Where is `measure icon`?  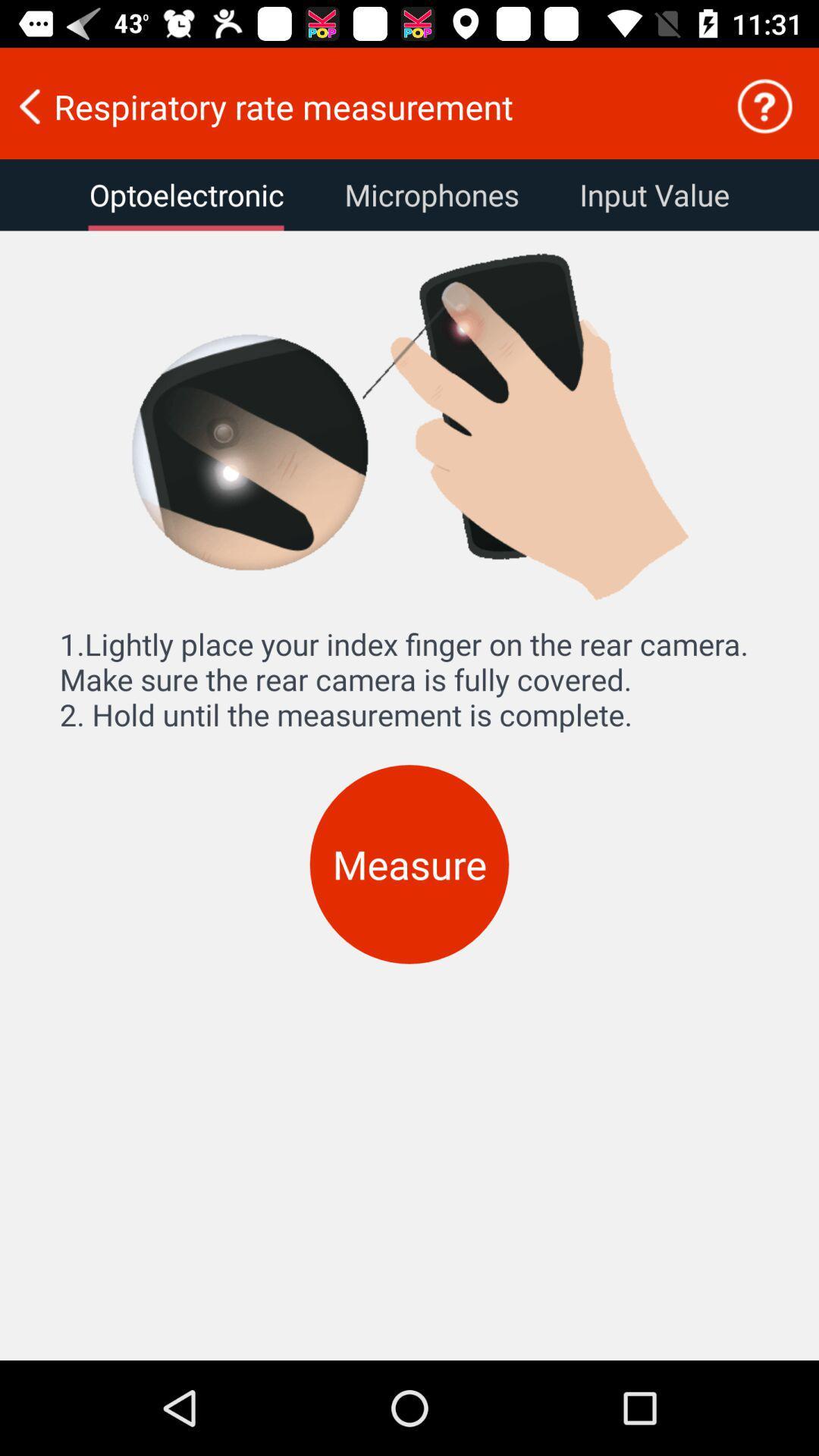
measure icon is located at coordinates (409, 864).